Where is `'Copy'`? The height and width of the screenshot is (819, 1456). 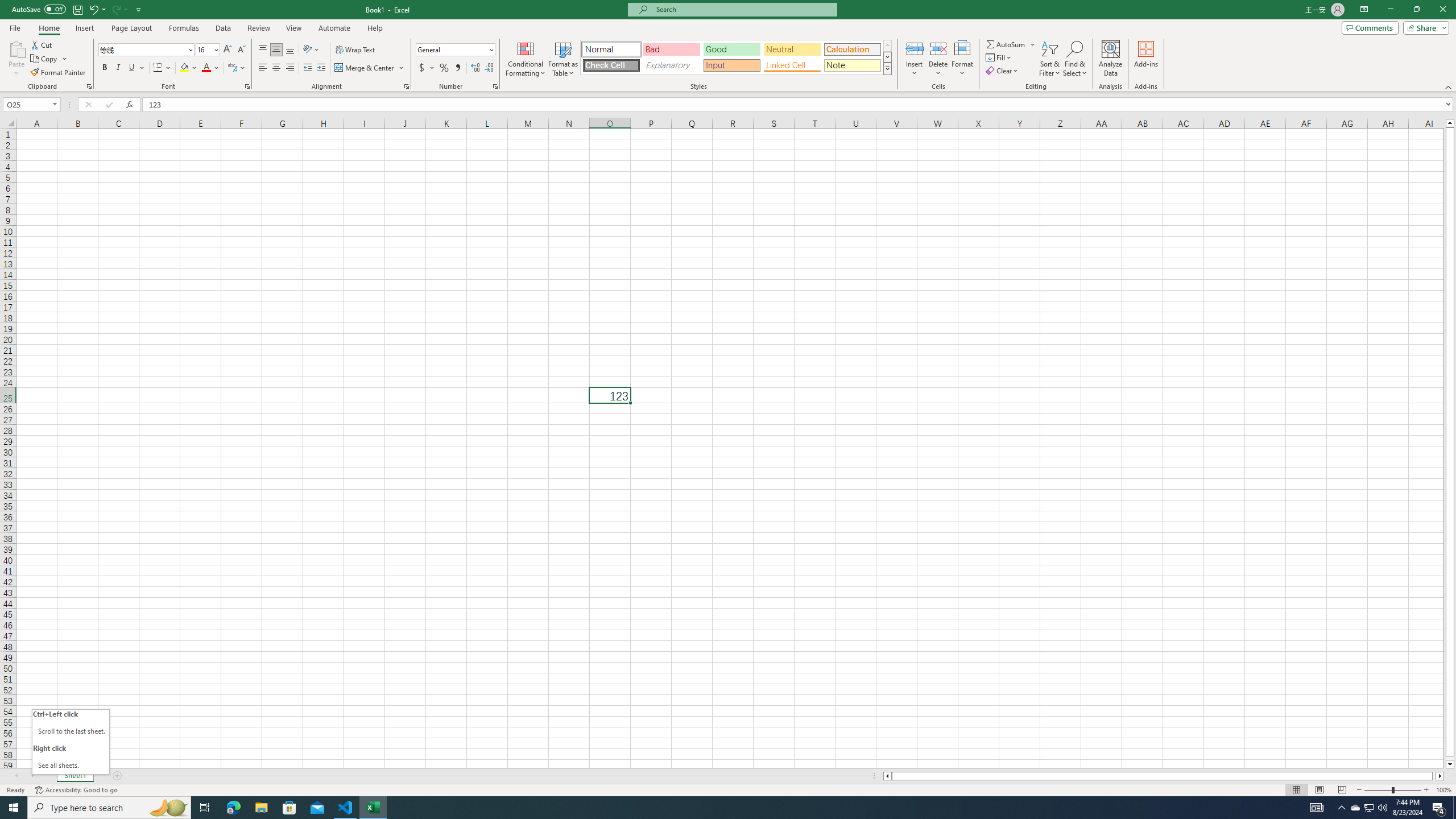
'Copy' is located at coordinates (44, 59).